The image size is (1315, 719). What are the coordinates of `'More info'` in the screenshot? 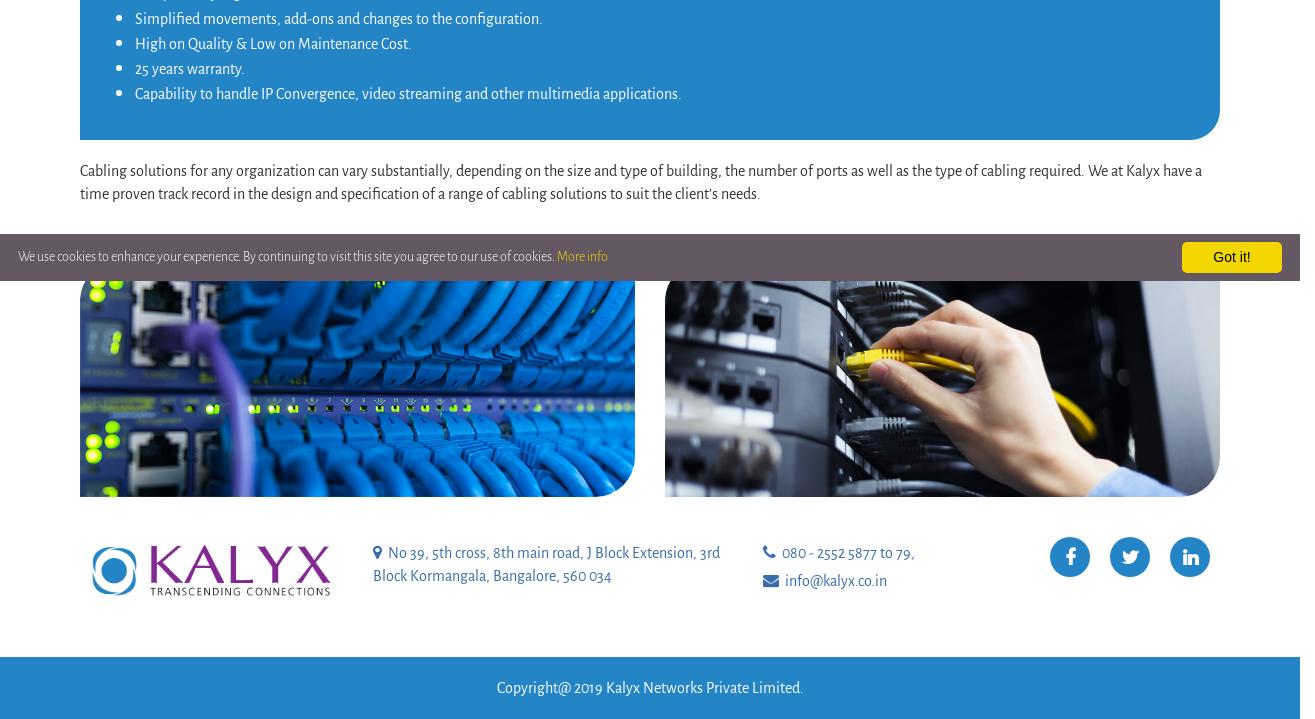 It's located at (582, 256).